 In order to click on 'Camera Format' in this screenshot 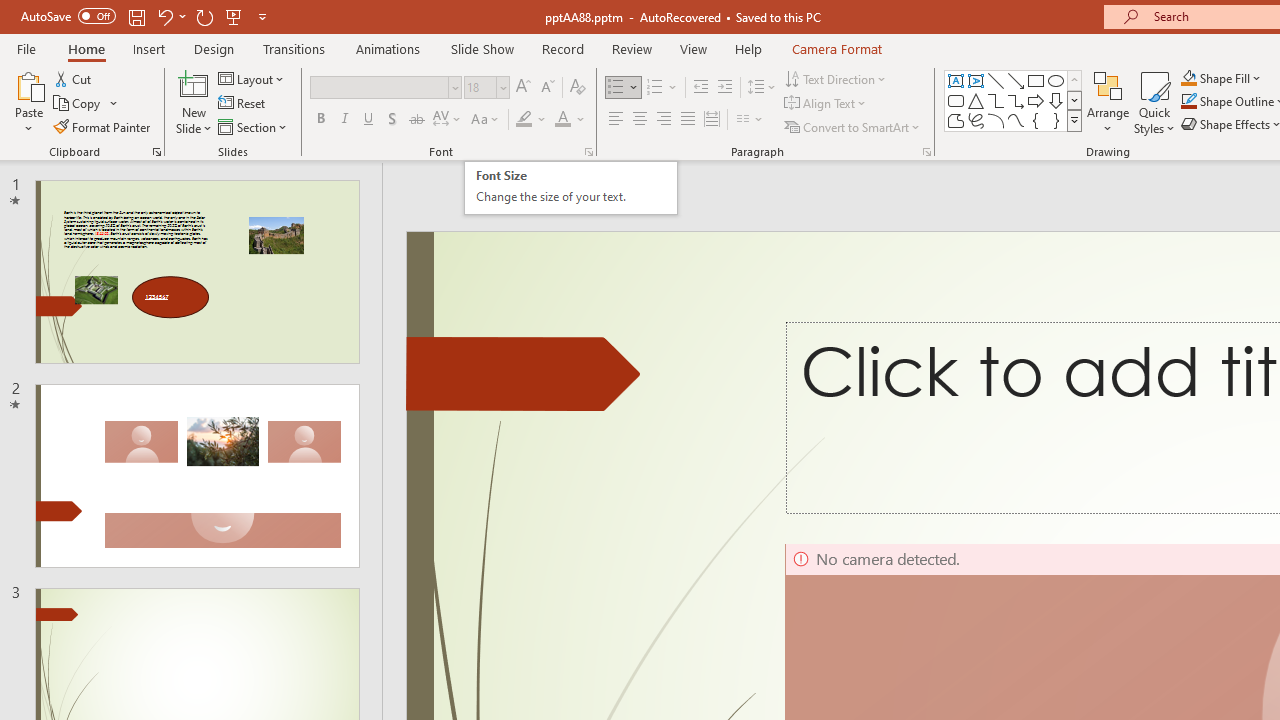, I will do `click(837, 48)`.